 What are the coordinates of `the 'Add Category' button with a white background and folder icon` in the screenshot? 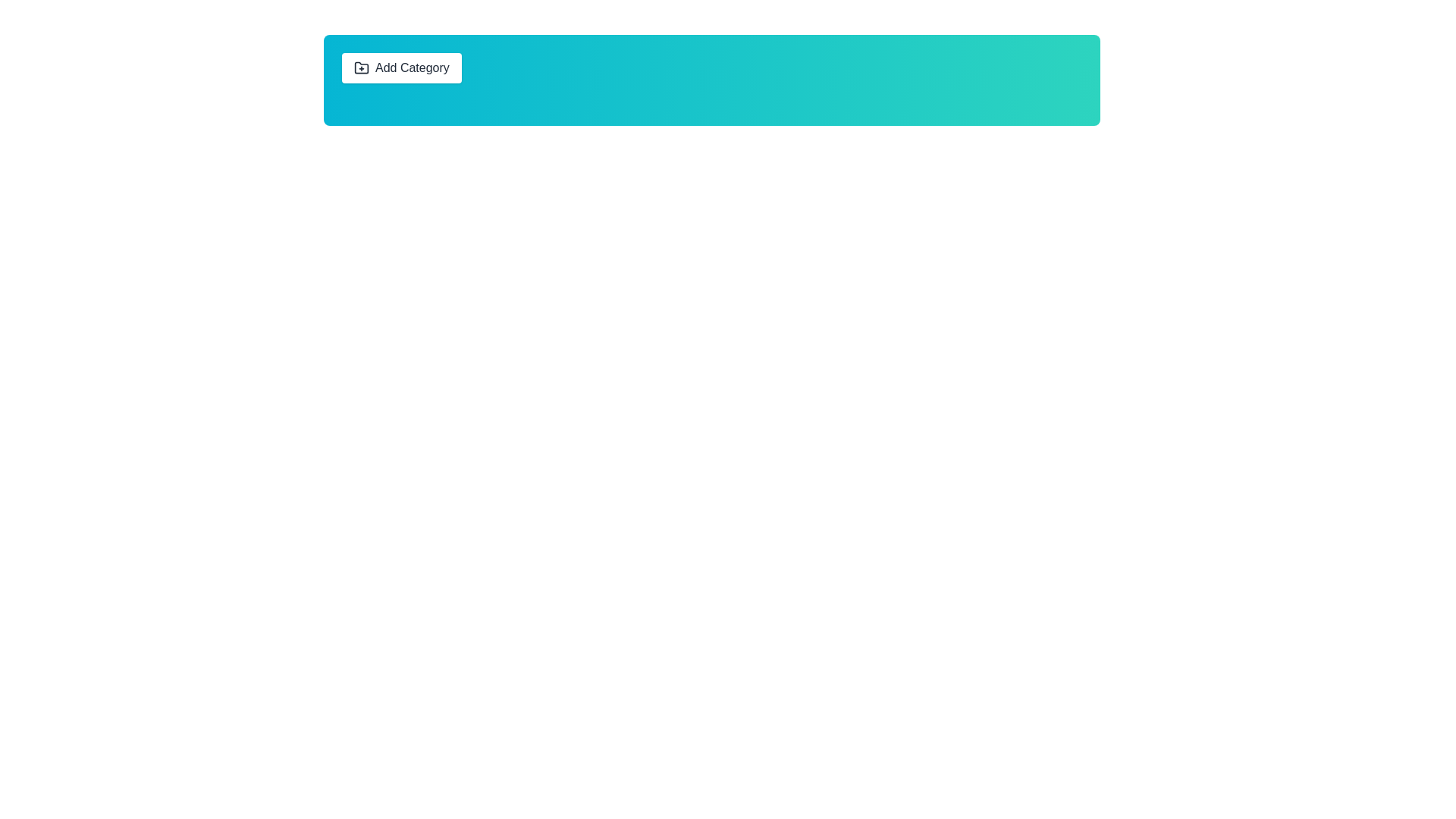 It's located at (401, 67).